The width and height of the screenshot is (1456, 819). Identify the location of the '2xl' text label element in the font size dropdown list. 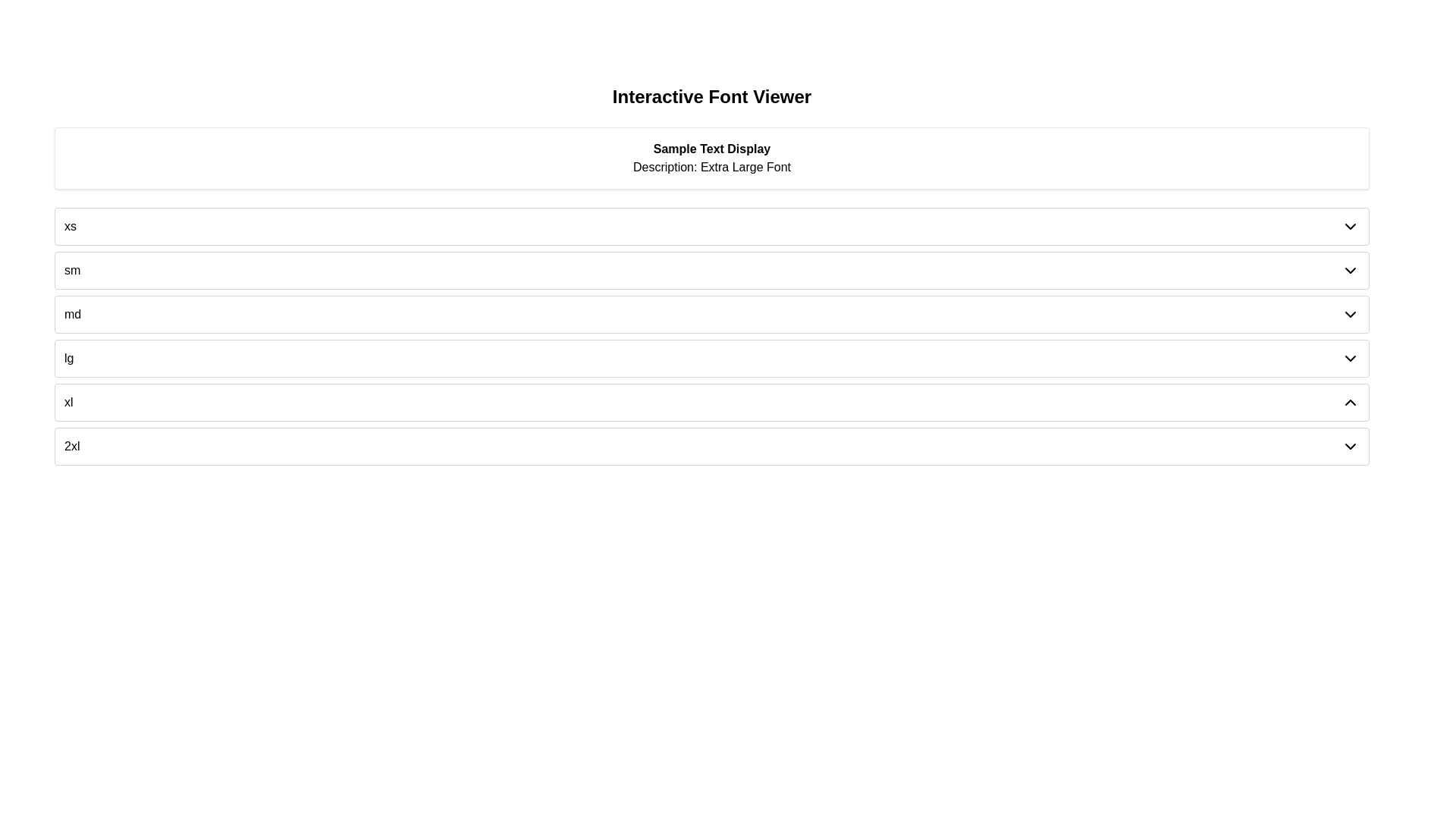
(71, 446).